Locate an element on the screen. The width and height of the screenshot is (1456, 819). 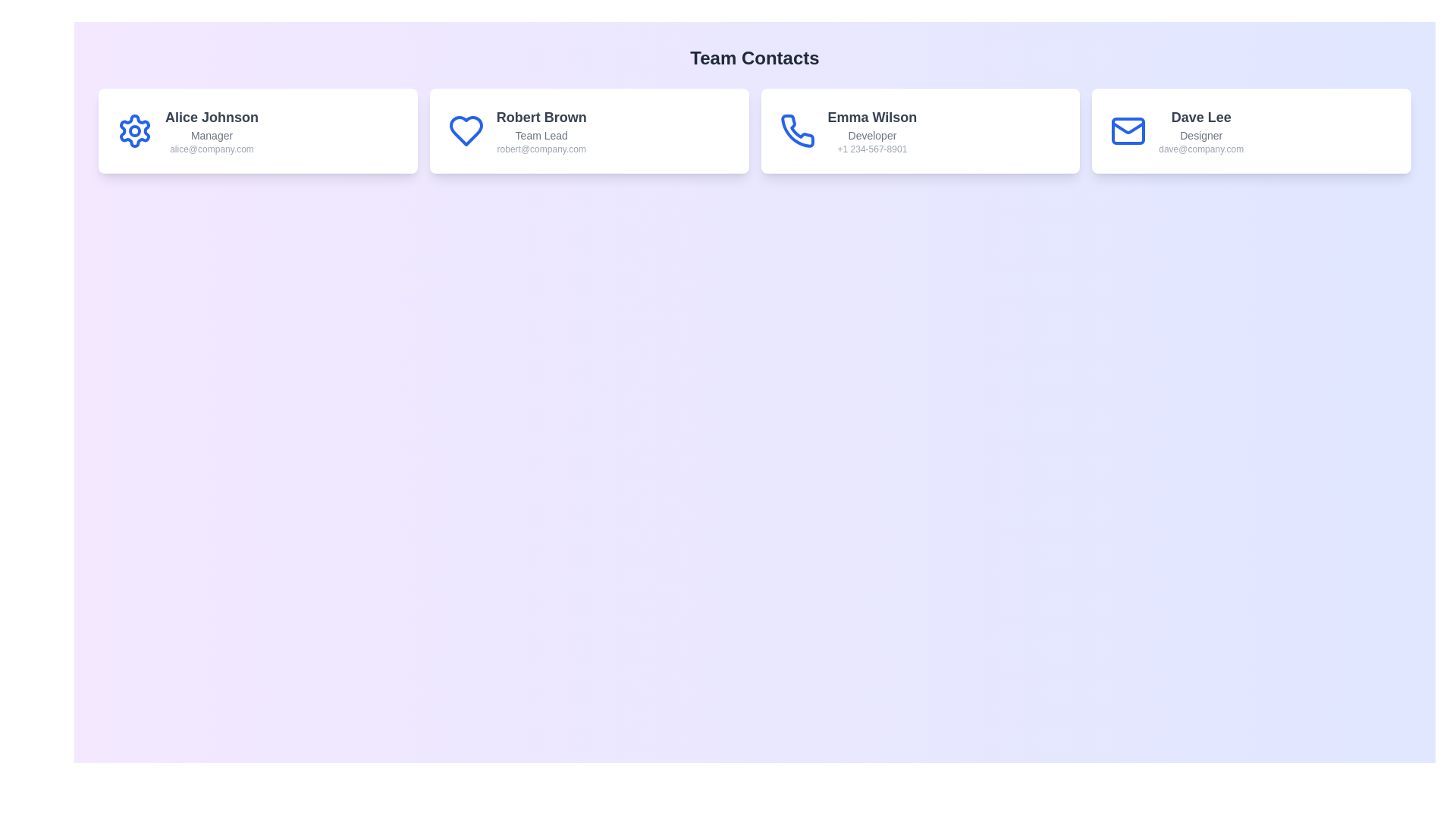
the text label displaying the email address 'robert@company.com' is located at coordinates (541, 149).